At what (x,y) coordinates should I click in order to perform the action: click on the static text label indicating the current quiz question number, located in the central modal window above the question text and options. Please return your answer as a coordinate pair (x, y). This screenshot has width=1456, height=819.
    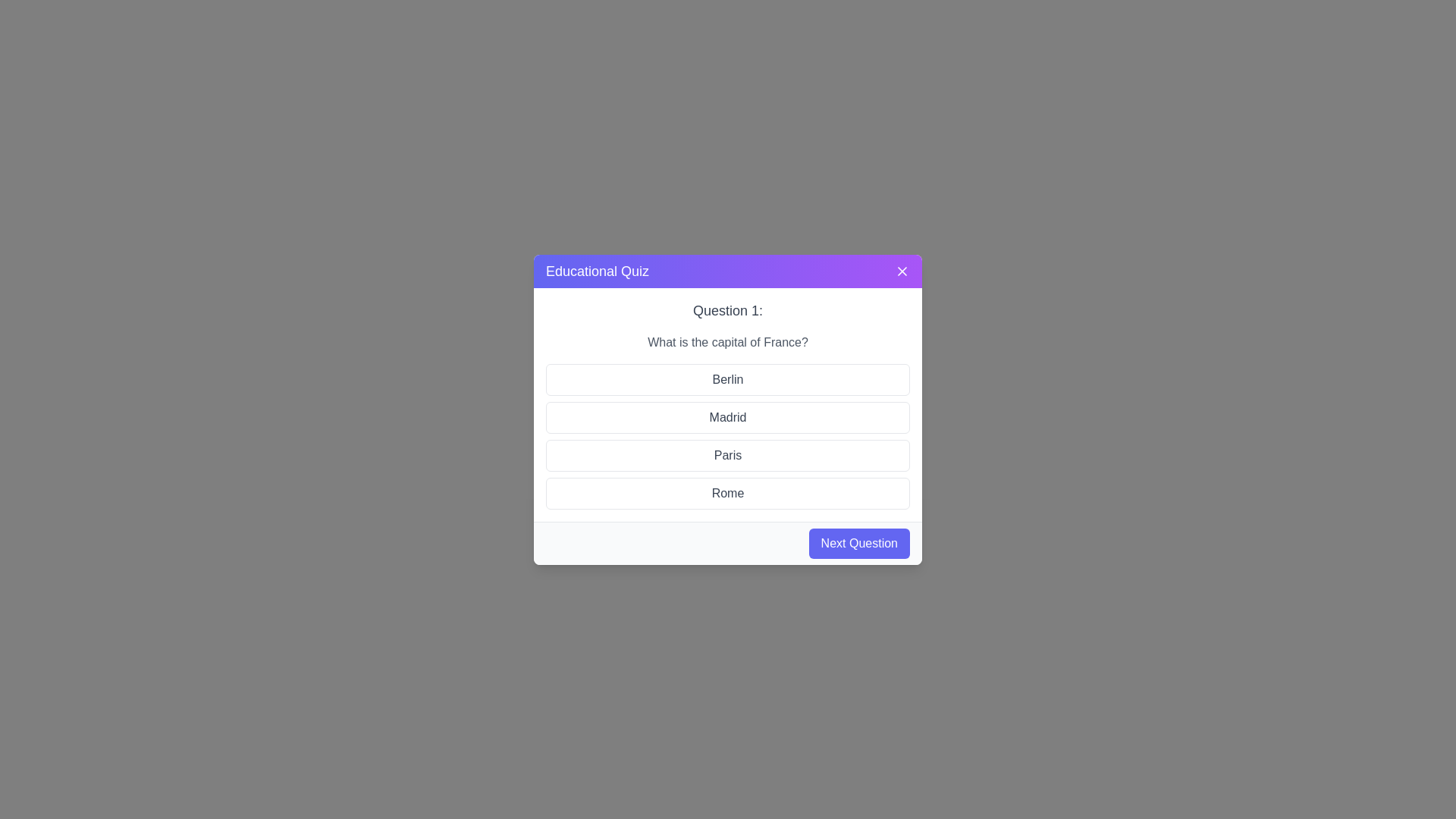
    Looking at the image, I should click on (728, 309).